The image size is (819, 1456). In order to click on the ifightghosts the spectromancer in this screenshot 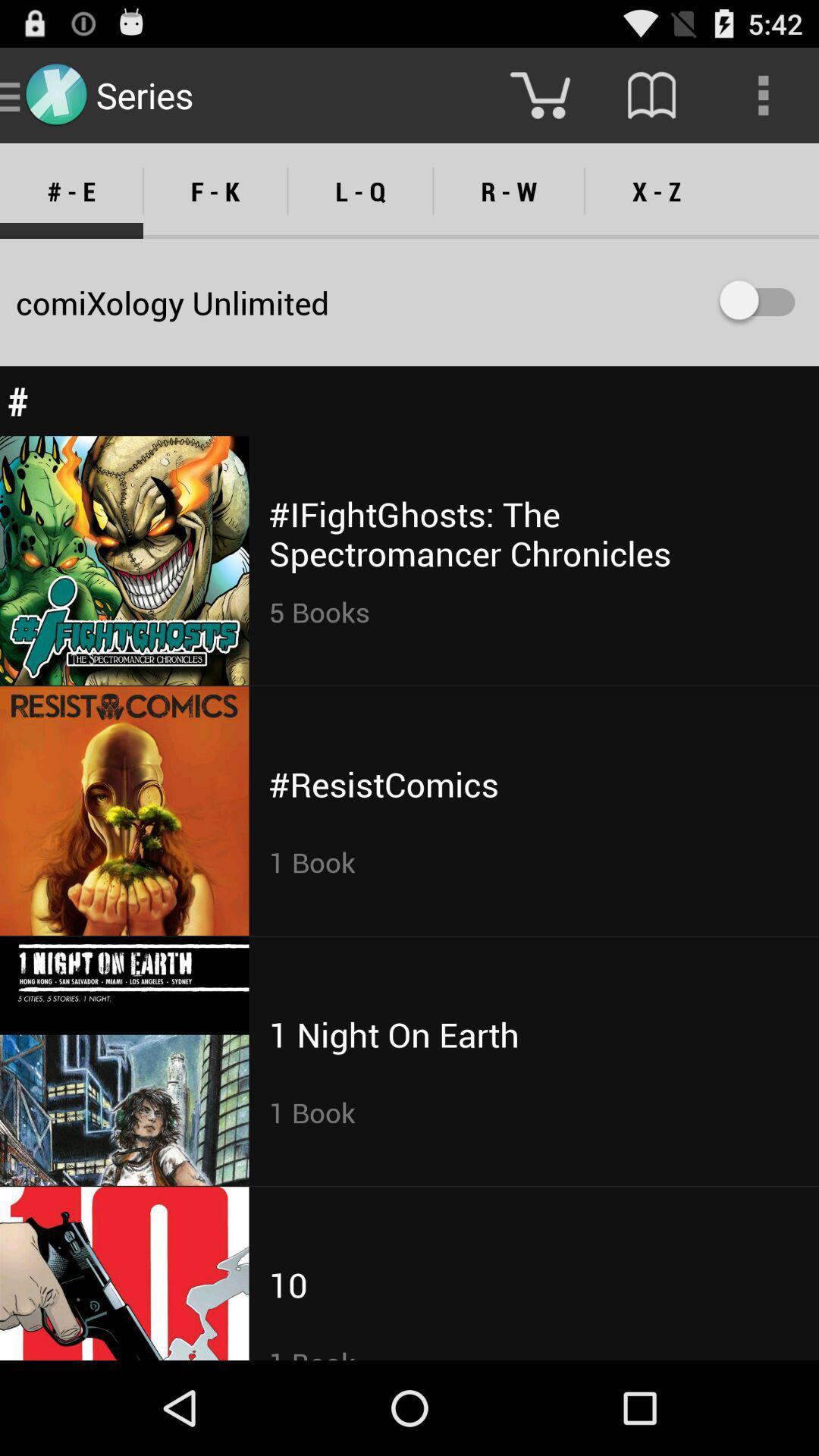, I will do `click(533, 534)`.